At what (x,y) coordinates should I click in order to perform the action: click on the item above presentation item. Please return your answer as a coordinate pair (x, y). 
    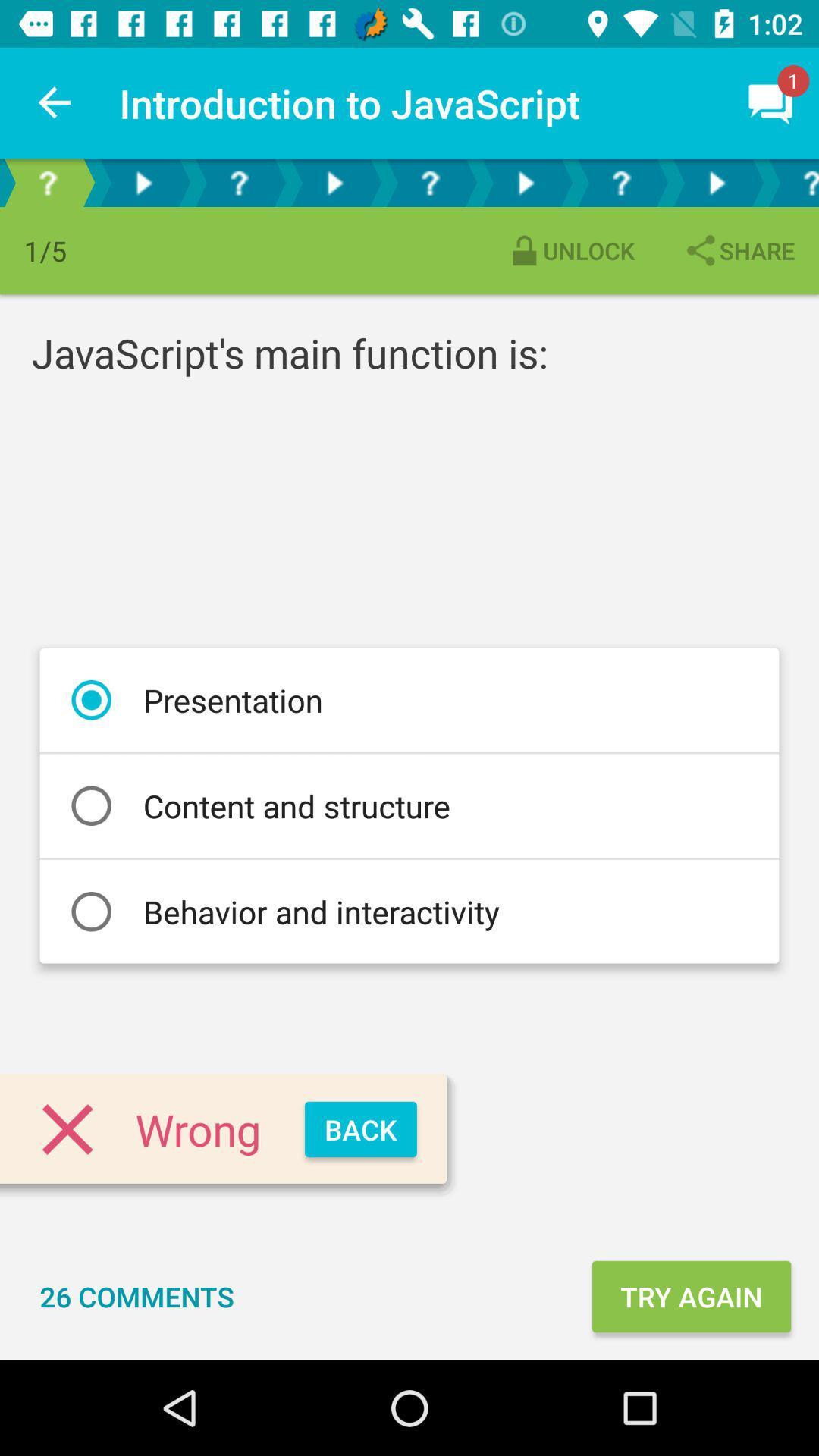
    Looking at the image, I should click on (738, 250).